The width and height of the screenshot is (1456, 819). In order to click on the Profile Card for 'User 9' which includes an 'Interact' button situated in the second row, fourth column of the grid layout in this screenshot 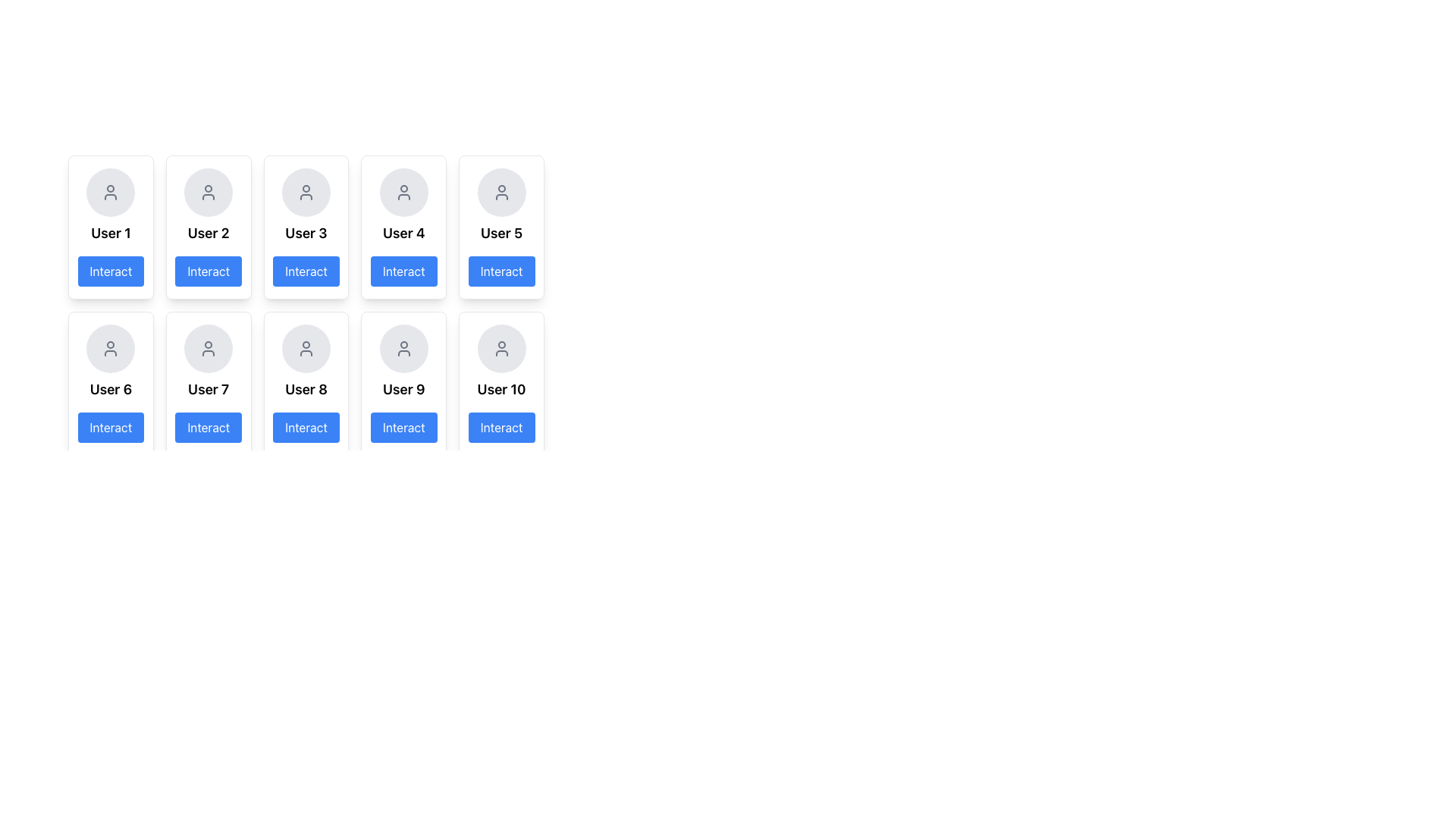, I will do `click(403, 382)`.